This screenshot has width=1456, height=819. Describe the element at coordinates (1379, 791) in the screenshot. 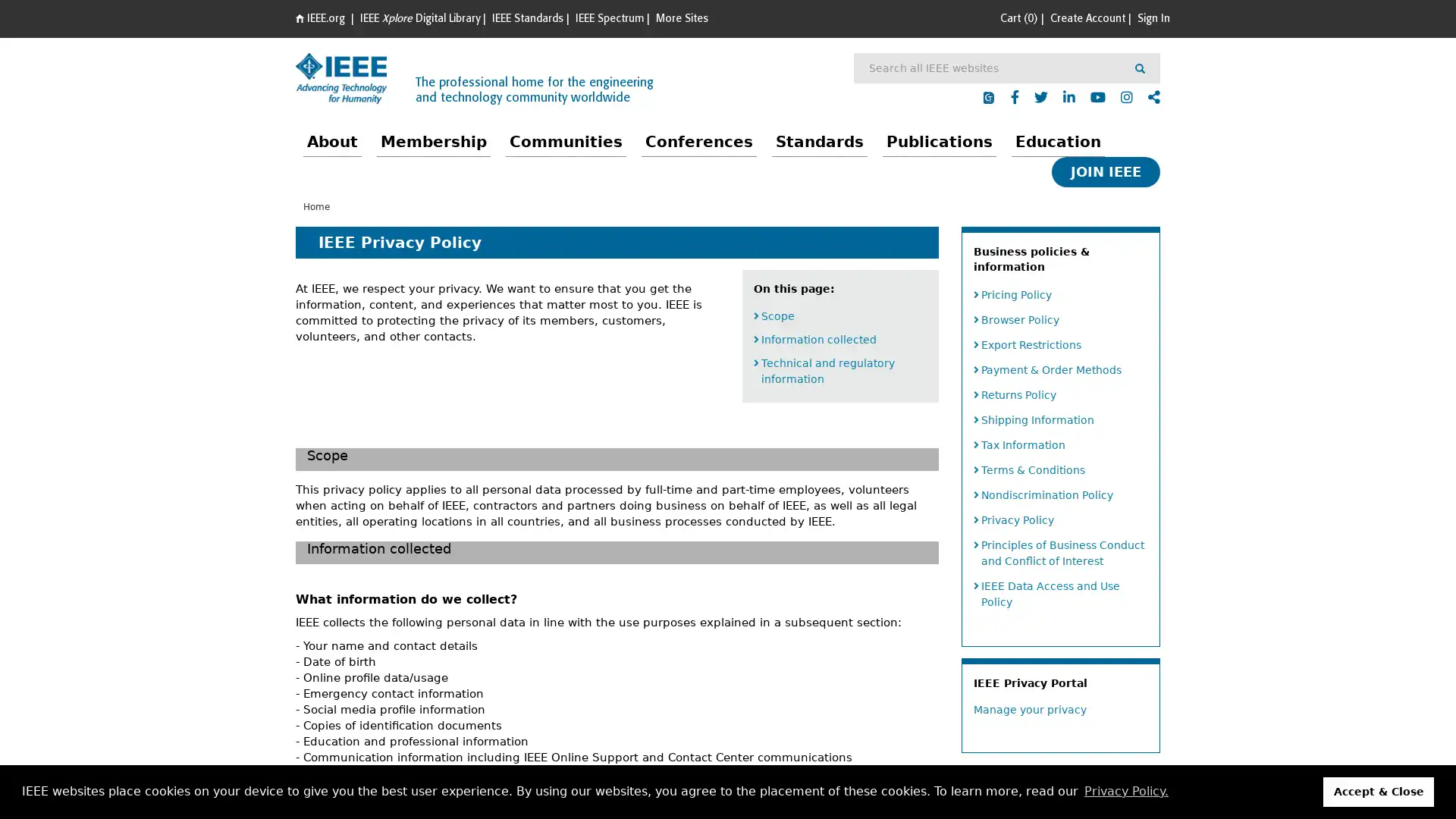

I see `dismiss cookie message` at that location.